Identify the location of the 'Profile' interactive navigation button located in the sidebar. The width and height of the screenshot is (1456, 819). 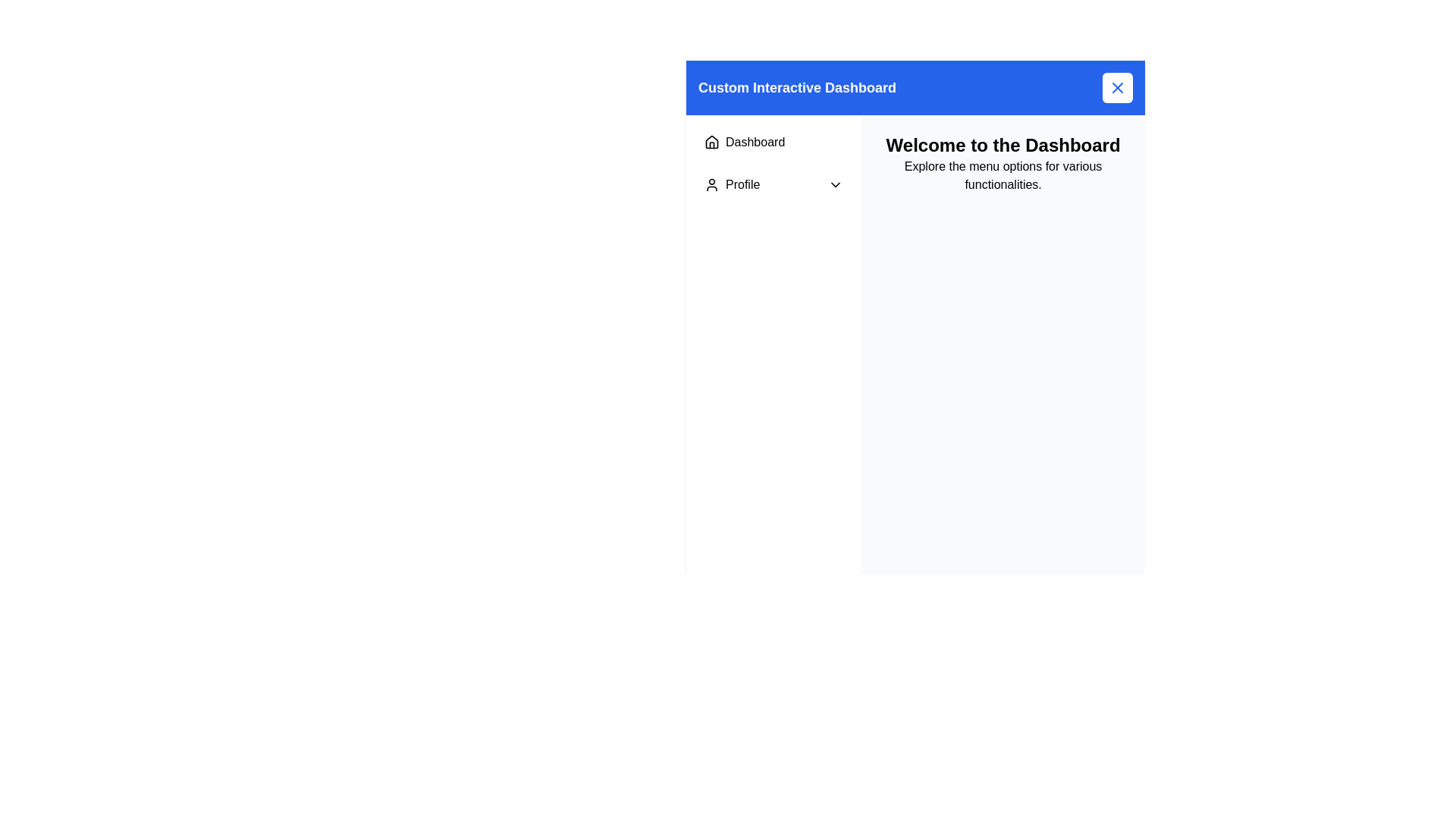
(773, 184).